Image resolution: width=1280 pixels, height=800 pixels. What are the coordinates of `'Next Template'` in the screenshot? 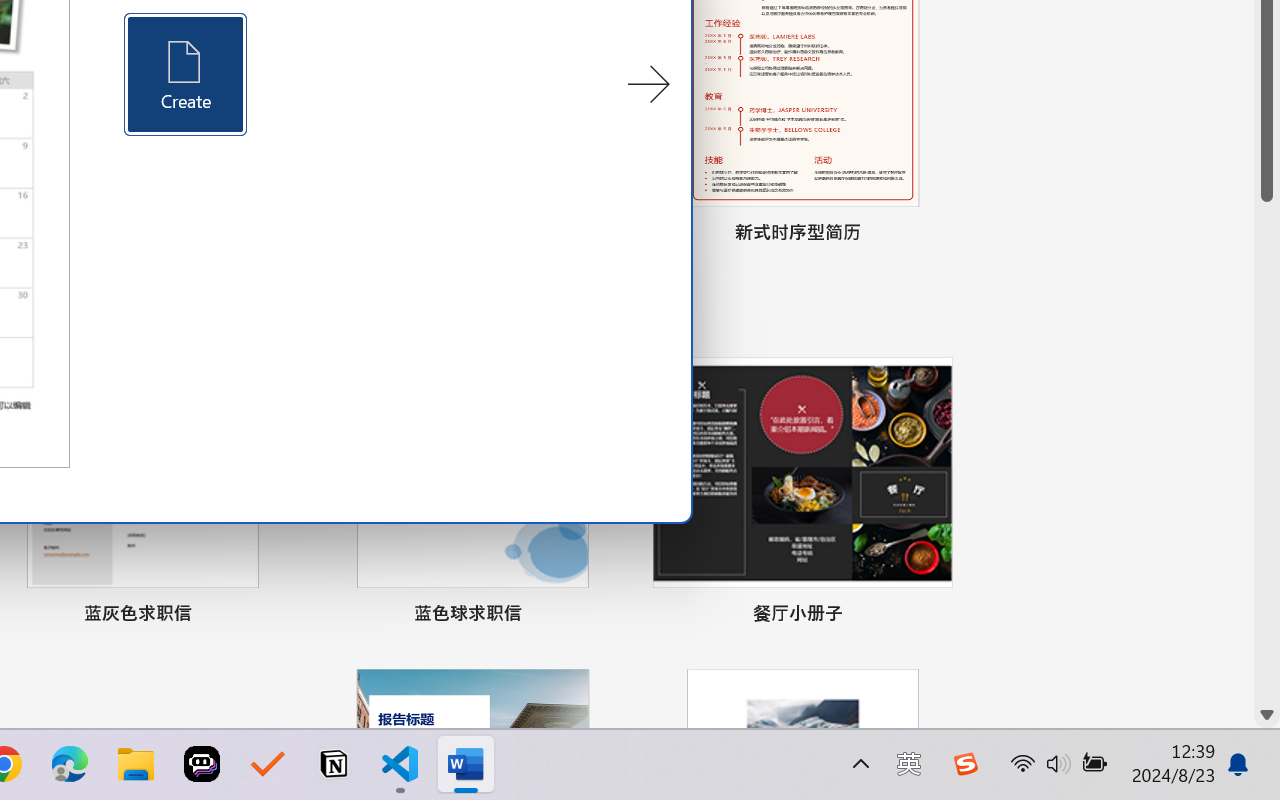 It's located at (648, 85).